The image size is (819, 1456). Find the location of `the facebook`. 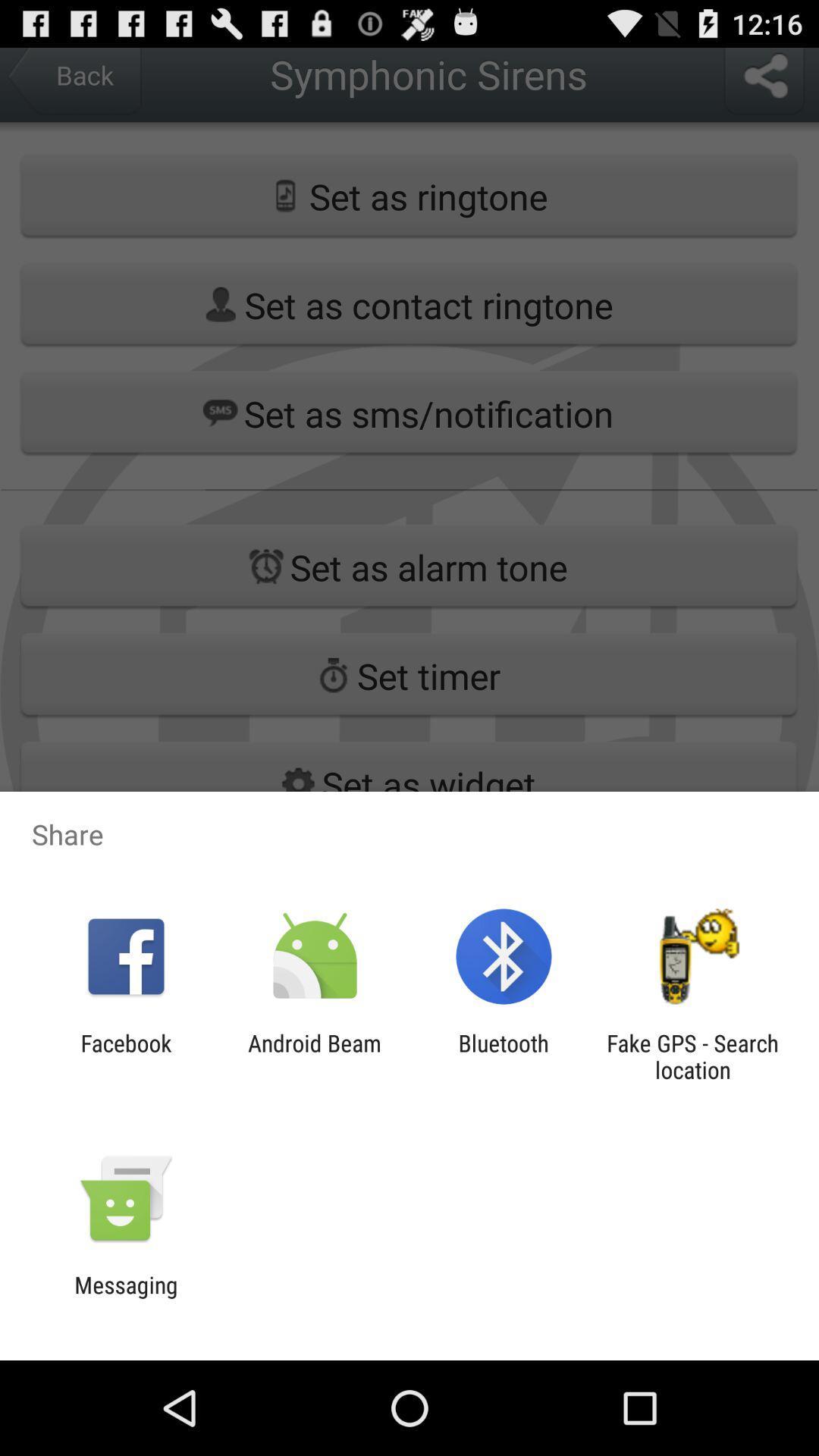

the facebook is located at coordinates (125, 1056).